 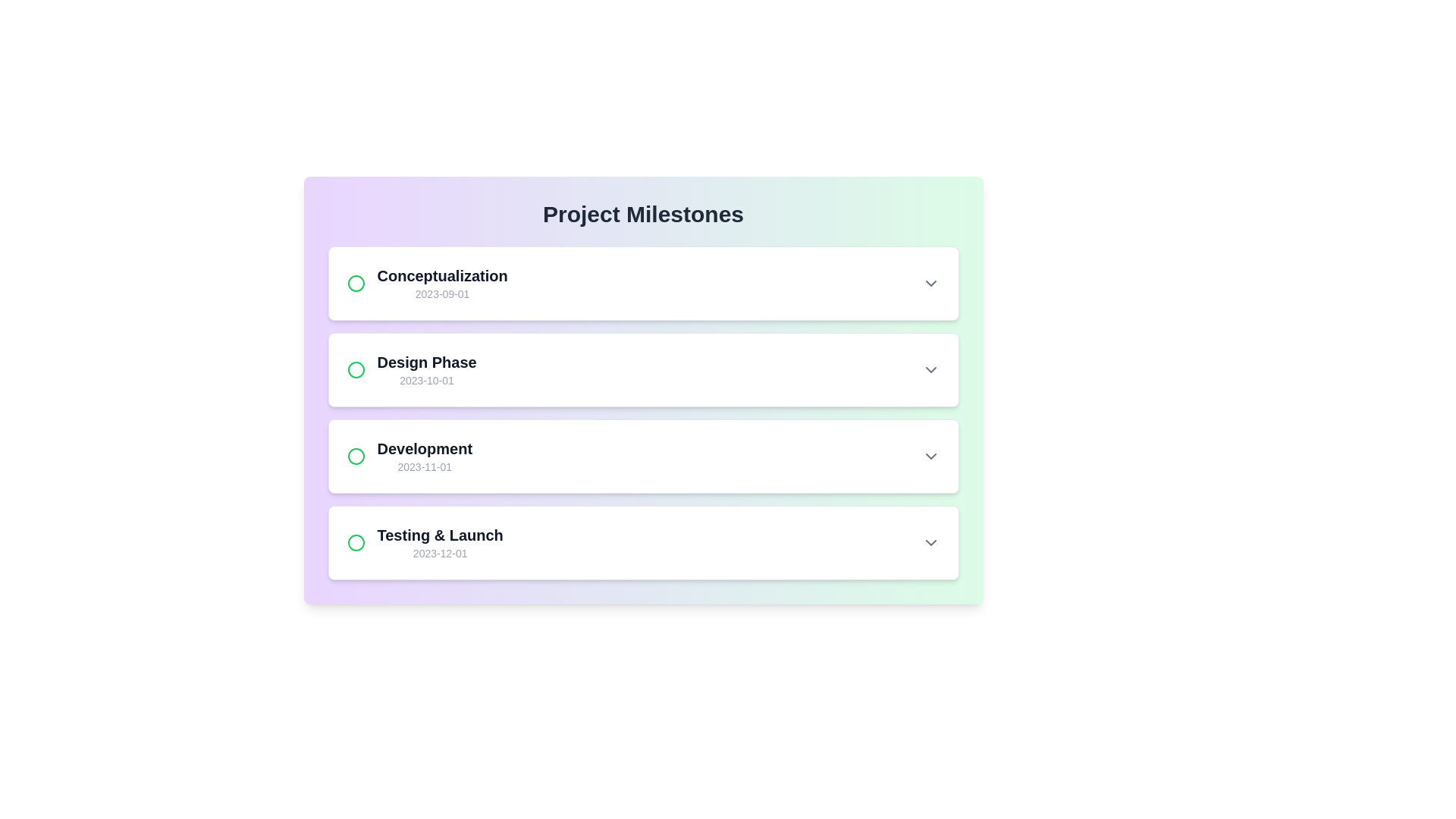 What do you see at coordinates (426, 370) in the screenshot?
I see `the milestone label located in the second row of the 'Project Milestones' list, which specifies the phase name and date for the project milestone below 'Conceptualization'` at bounding box center [426, 370].